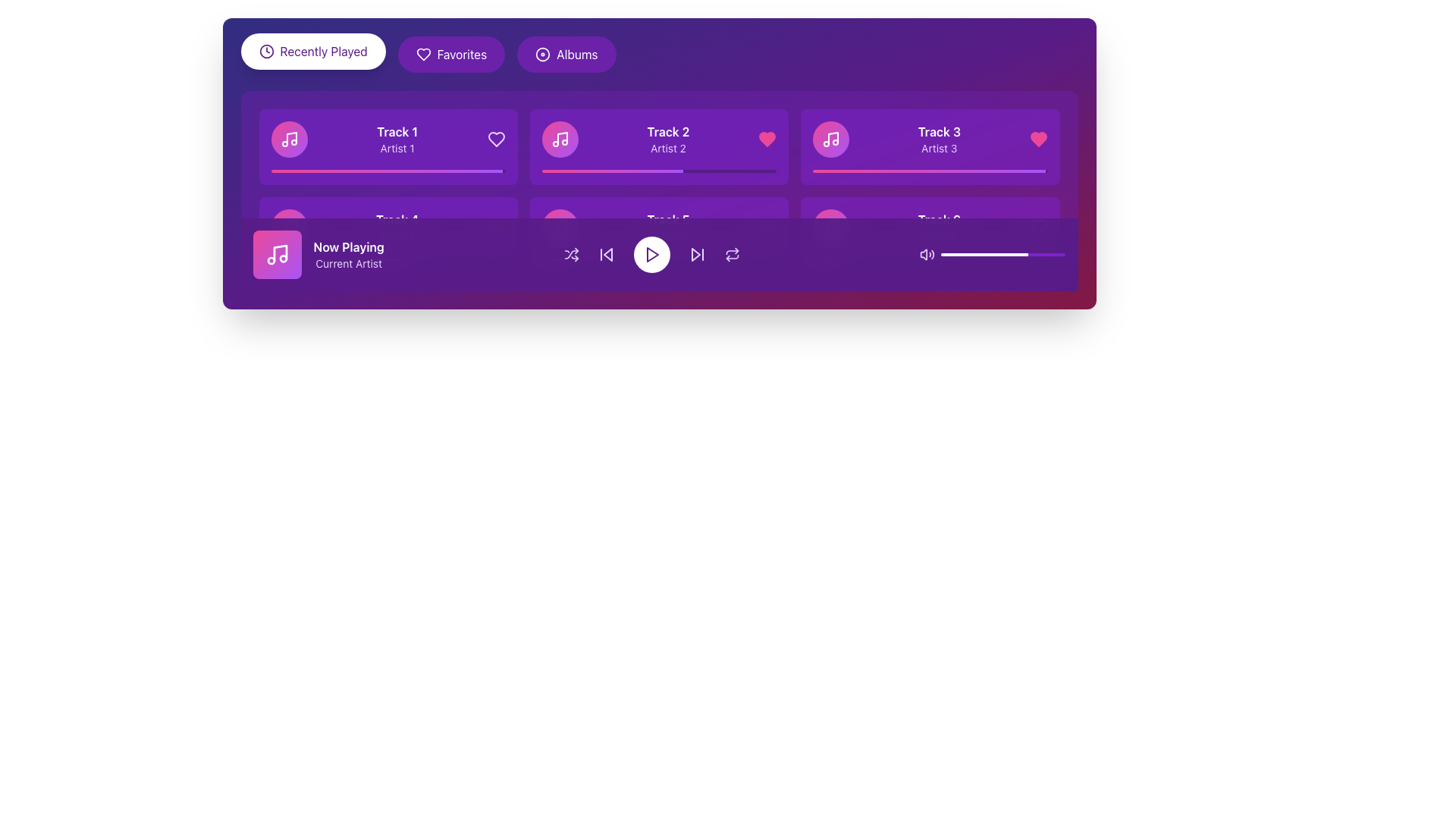 The image size is (1456, 819). I want to click on the progress bar located within the 'Track 3' card, which displays a horizontal gradient from pink to purple, positioned beneath the 'Track 3' label, so click(929, 171).